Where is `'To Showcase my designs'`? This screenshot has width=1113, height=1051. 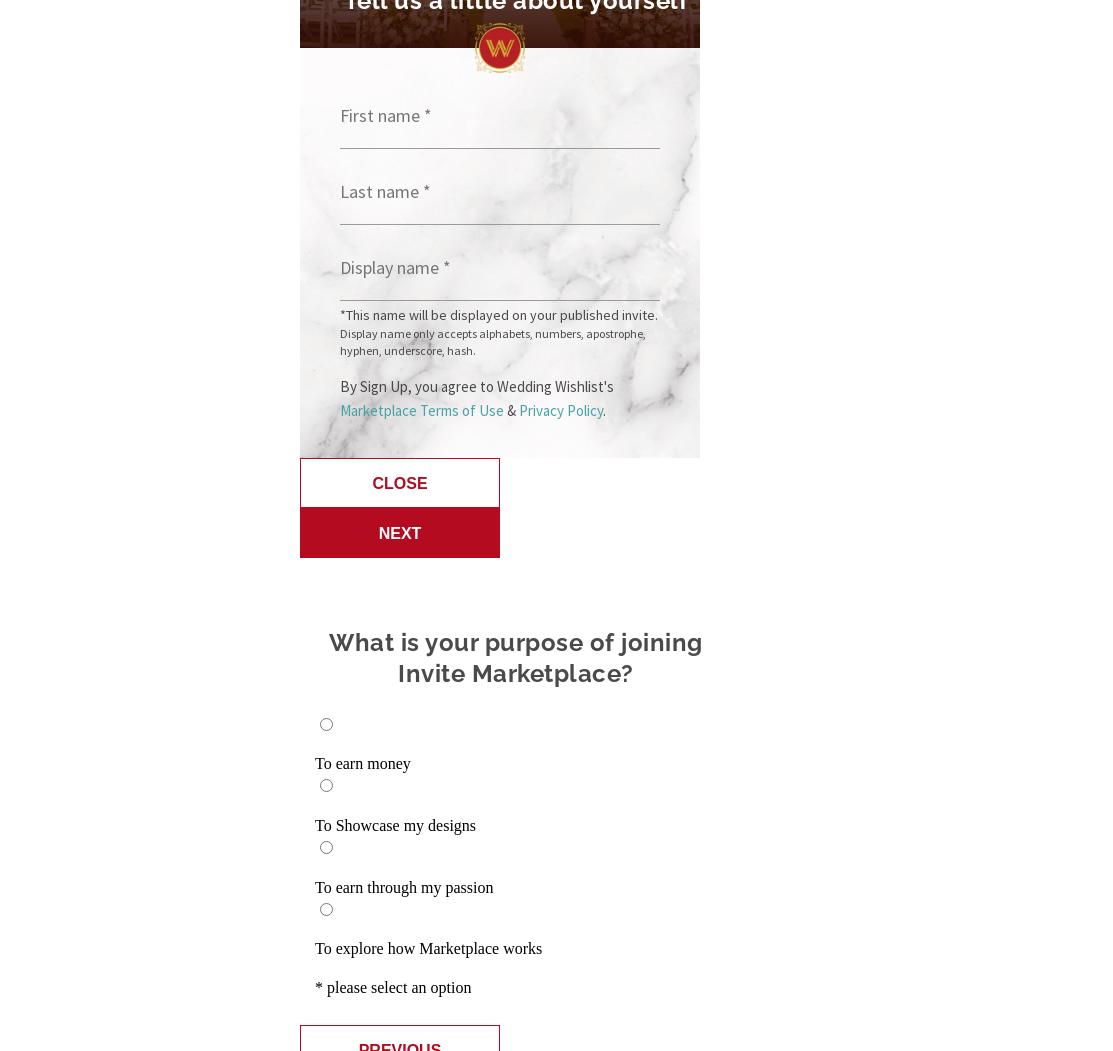
'To Showcase my designs' is located at coordinates (395, 825).